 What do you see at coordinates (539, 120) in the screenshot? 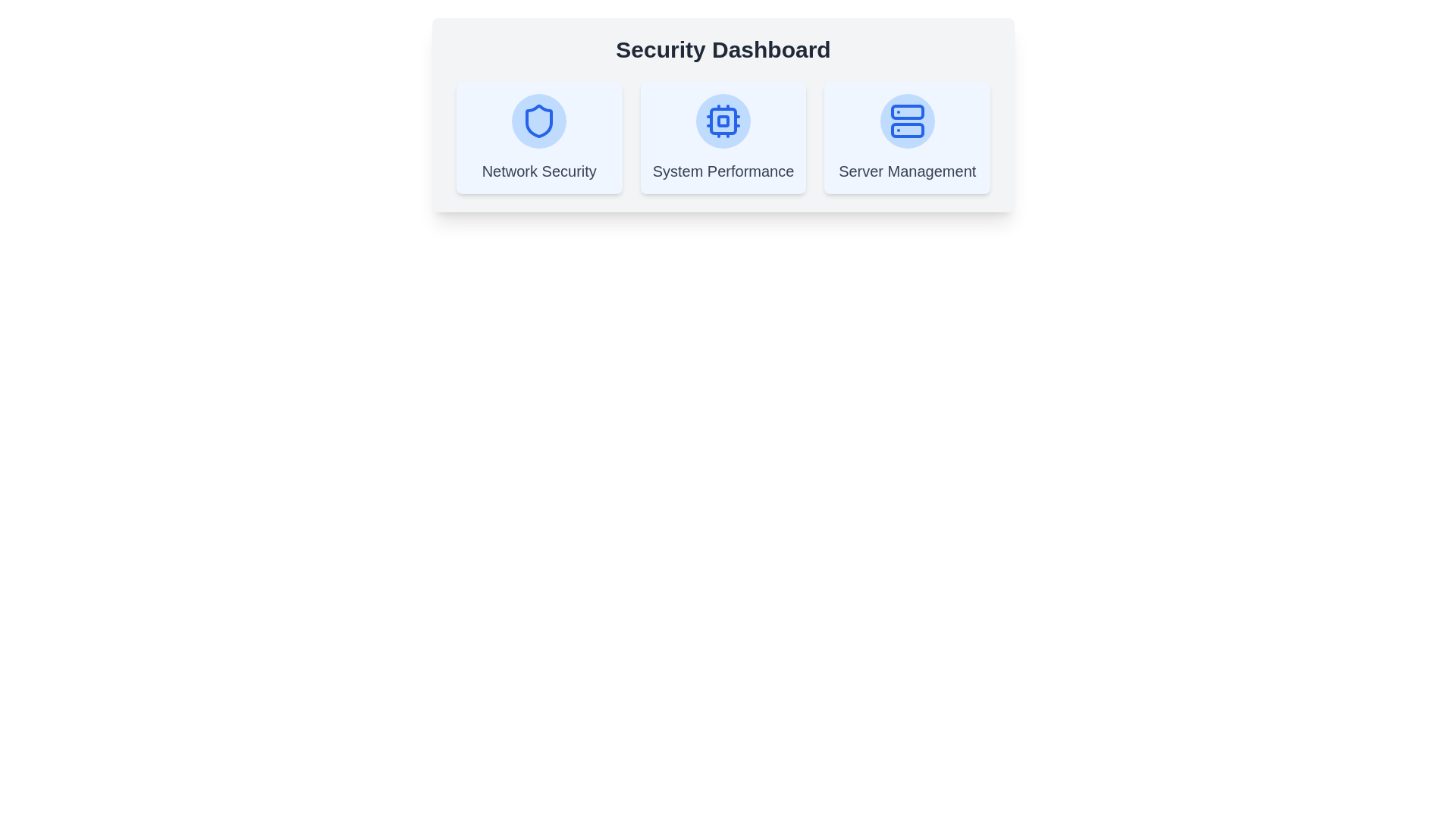
I see `the blue shield-shaped icon located above the 'Network Security' label, positioned to the left of the 'System Performance' element` at bounding box center [539, 120].